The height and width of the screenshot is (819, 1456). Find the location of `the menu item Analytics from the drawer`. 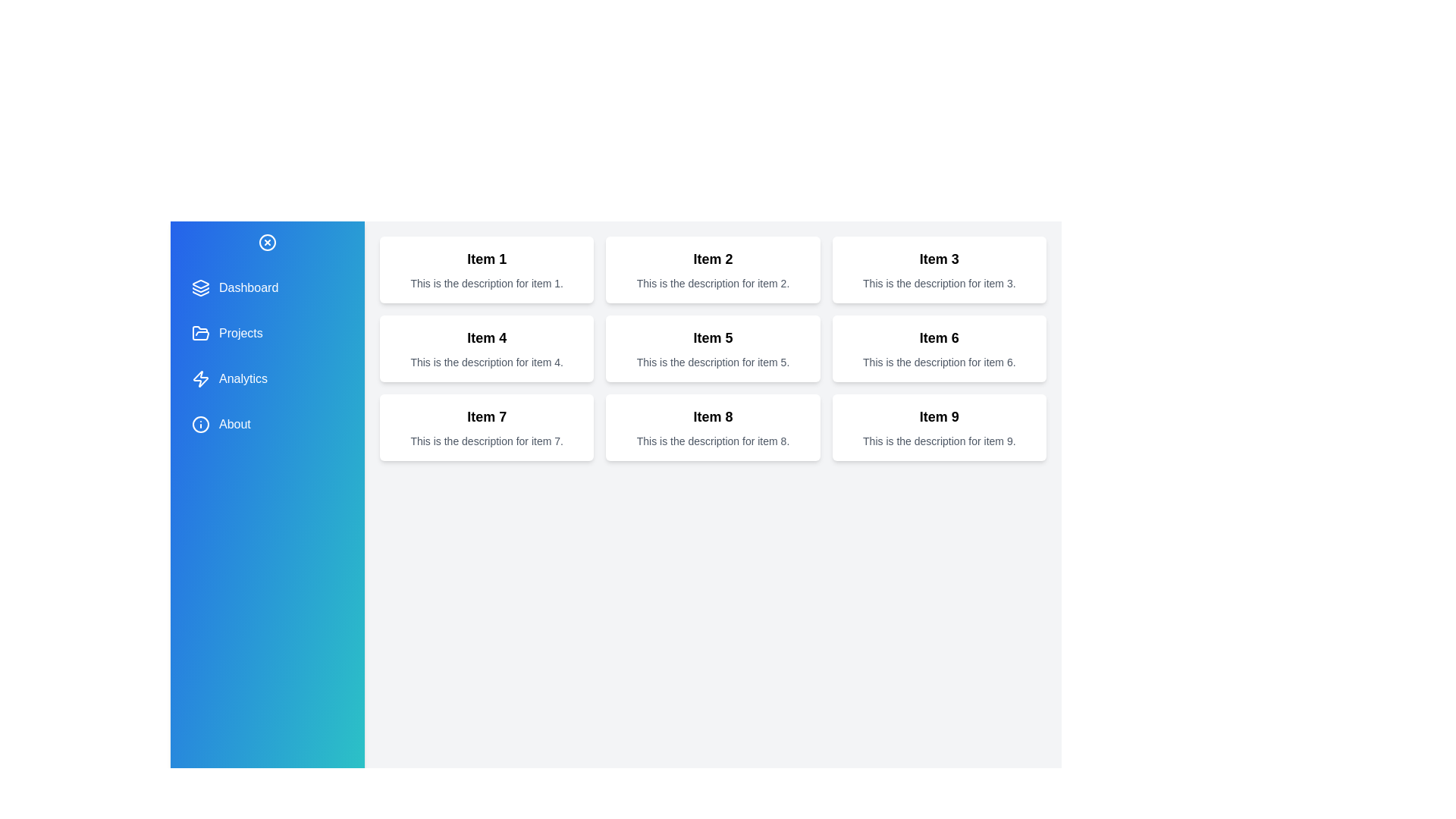

the menu item Analytics from the drawer is located at coordinates (268, 378).